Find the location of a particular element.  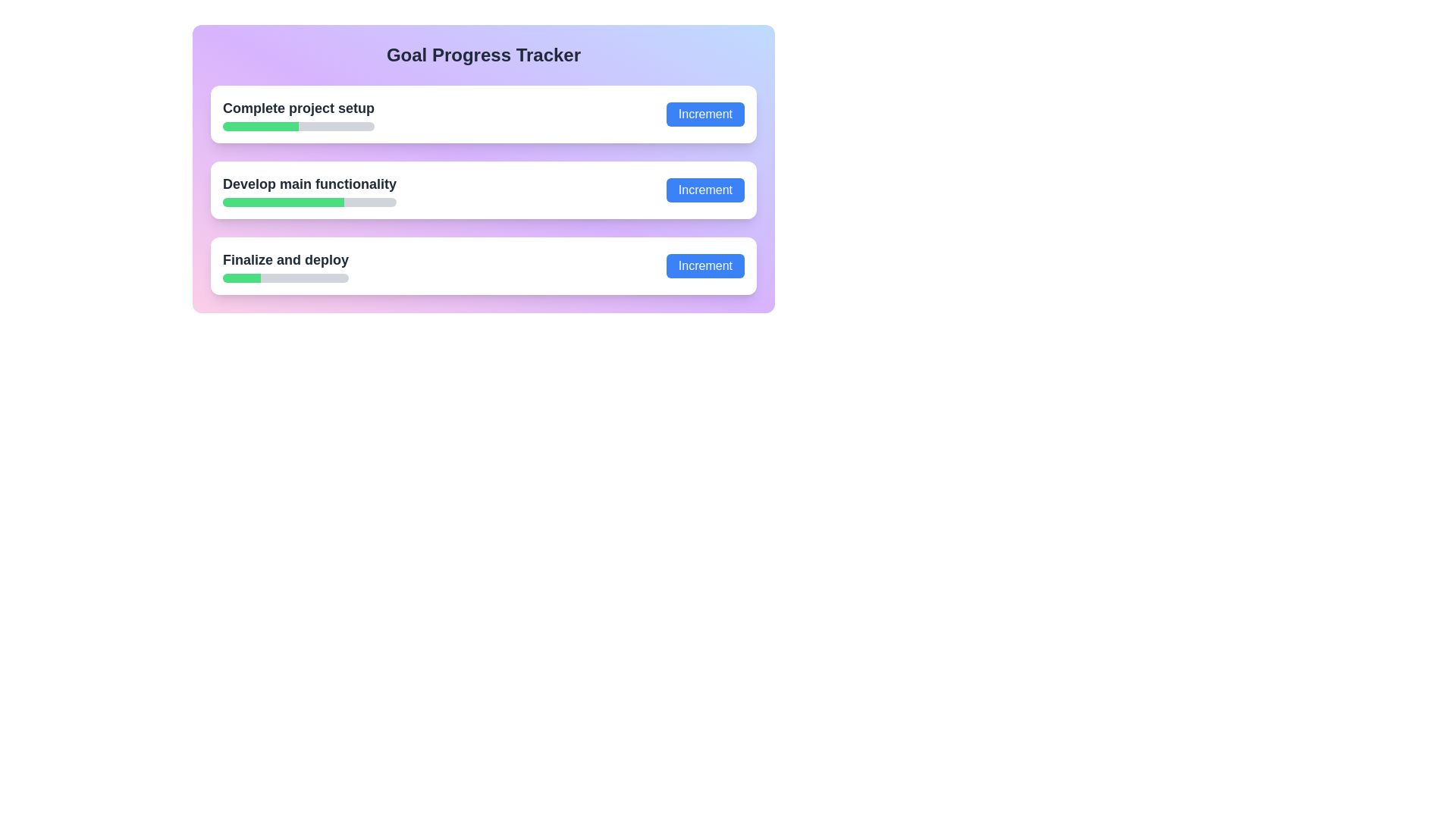

the green progress indicator bar which is located in the 'Develop main functionality' section, representing the progress within a task is located at coordinates (284, 201).